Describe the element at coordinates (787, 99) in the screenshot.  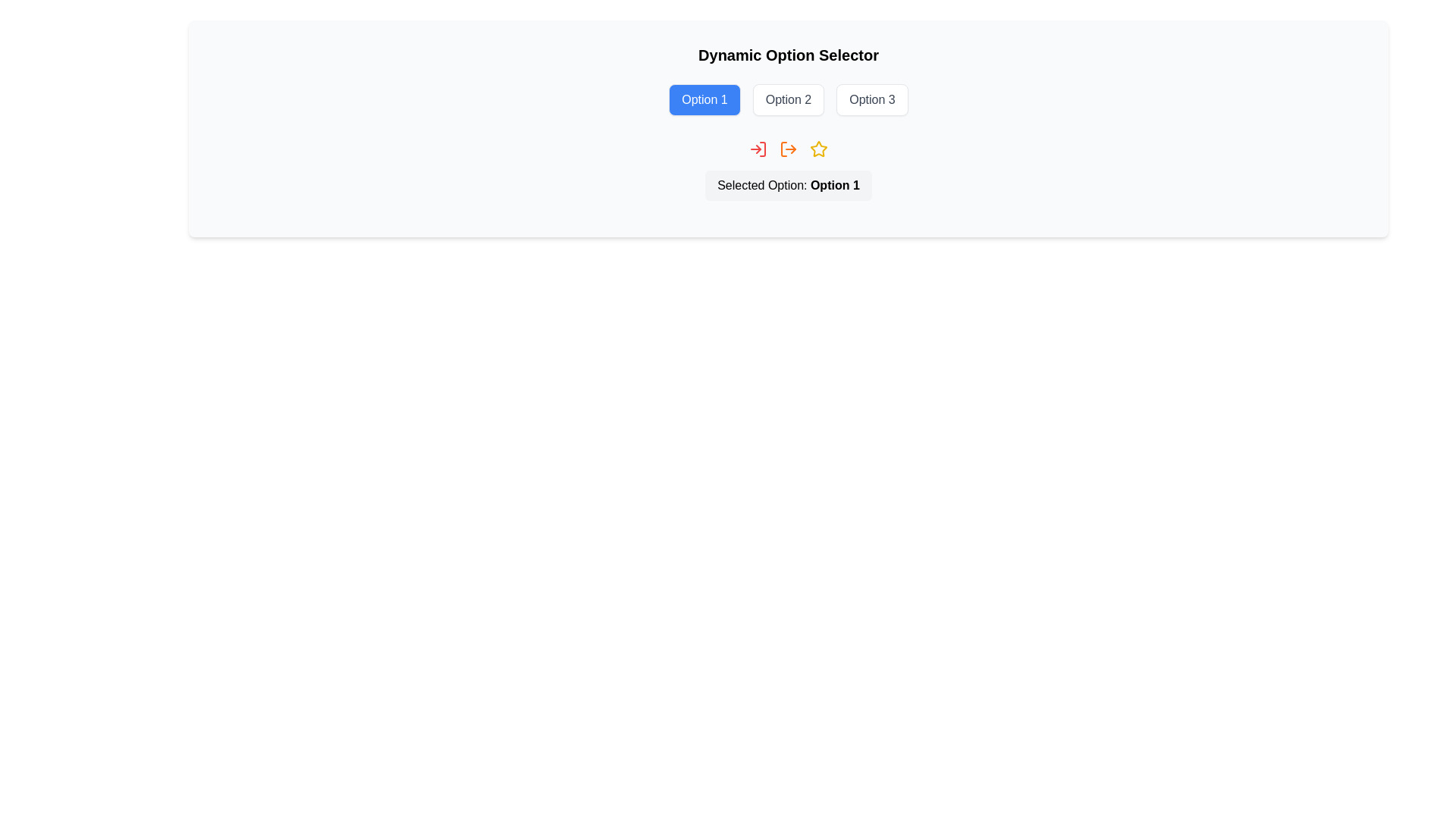
I see `the button in the button group located below the title 'Dynamic Option Selector'` at that location.